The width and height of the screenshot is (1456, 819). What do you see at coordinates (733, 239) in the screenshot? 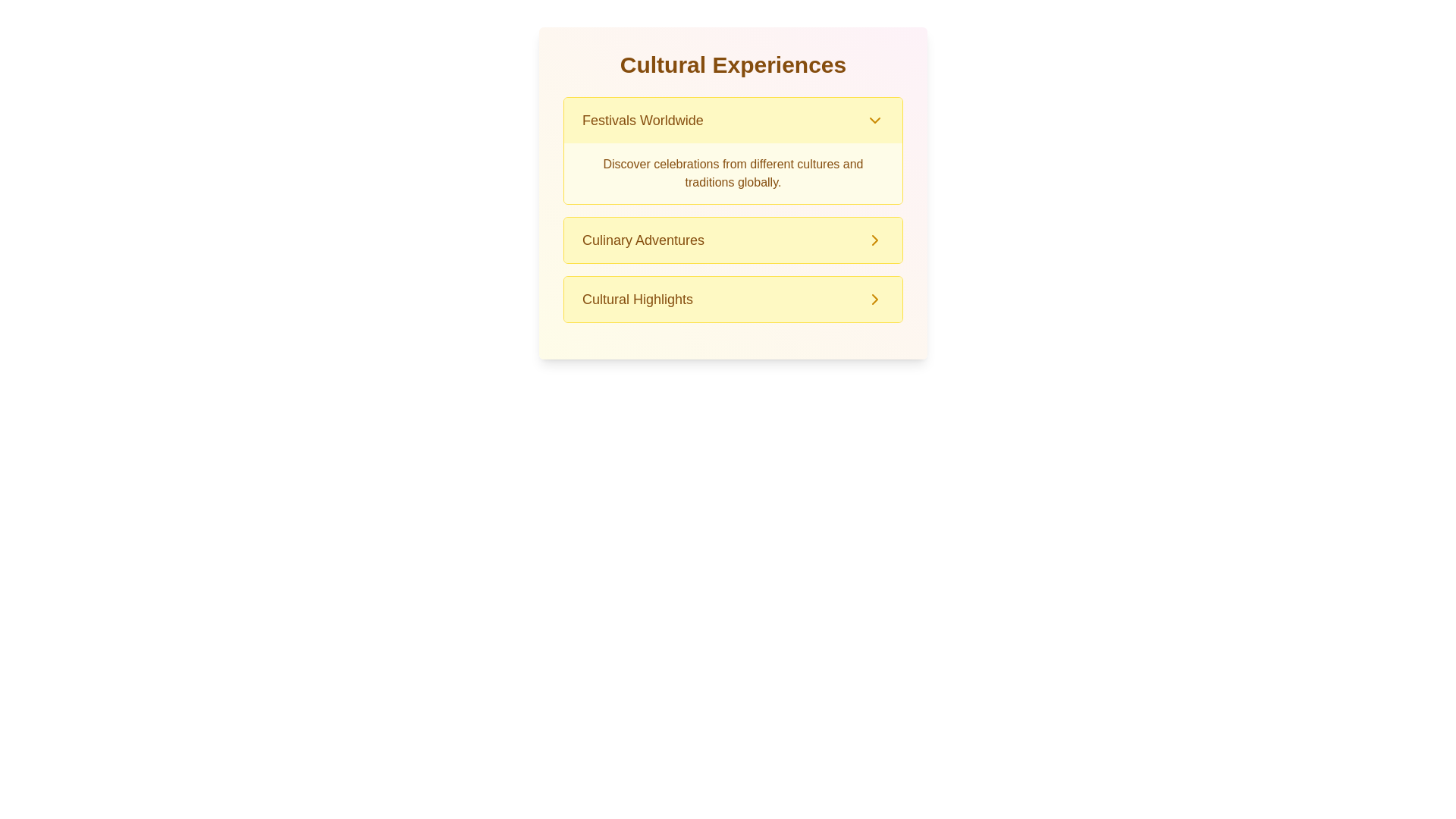
I see `the second selectable list item or card in the menu that represents 'Culinary Adventures'` at bounding box center [733, 239].